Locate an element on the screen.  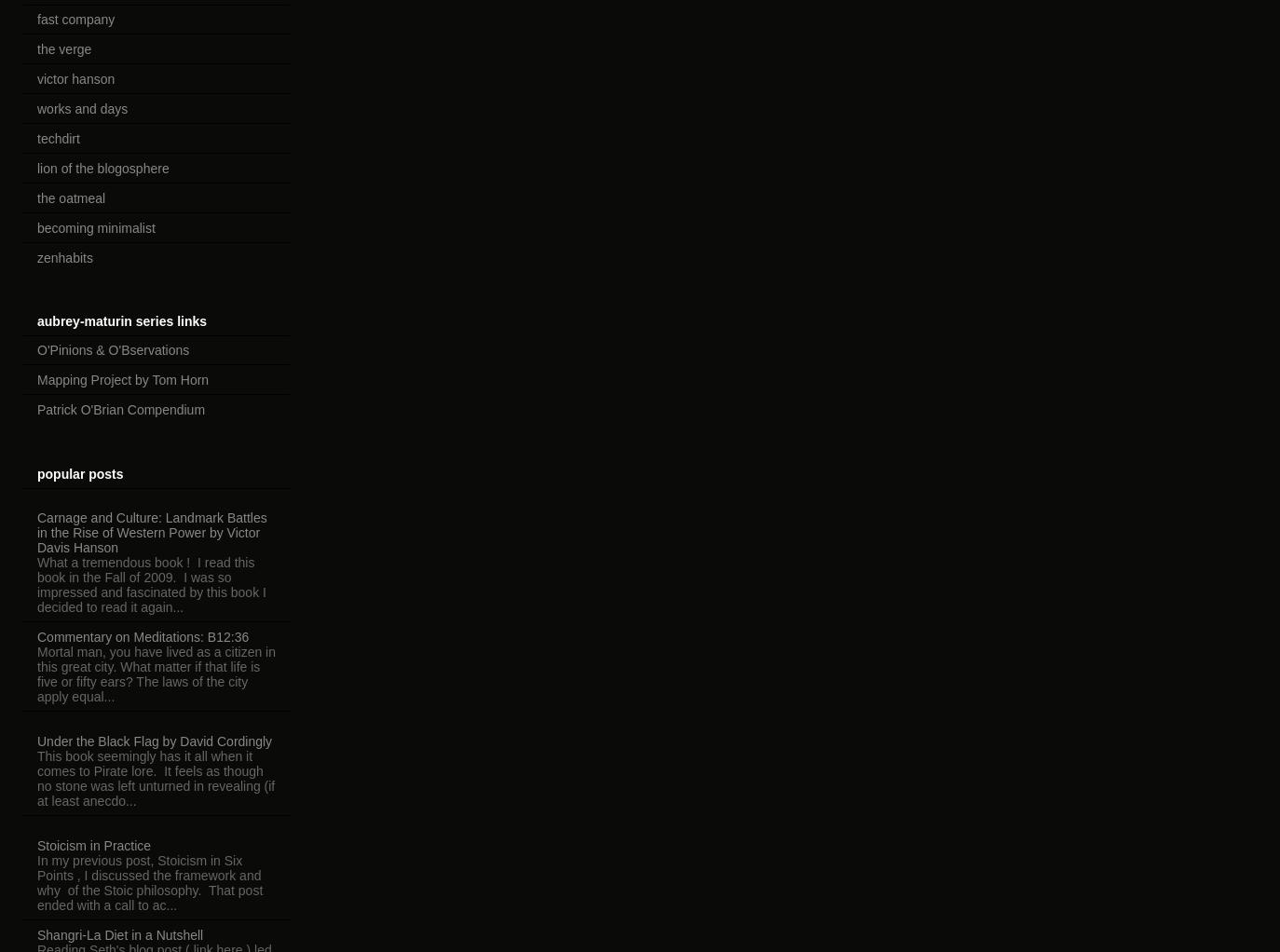
'Commentary on Meditations: B12:36' is located at coordinates (35, 635).